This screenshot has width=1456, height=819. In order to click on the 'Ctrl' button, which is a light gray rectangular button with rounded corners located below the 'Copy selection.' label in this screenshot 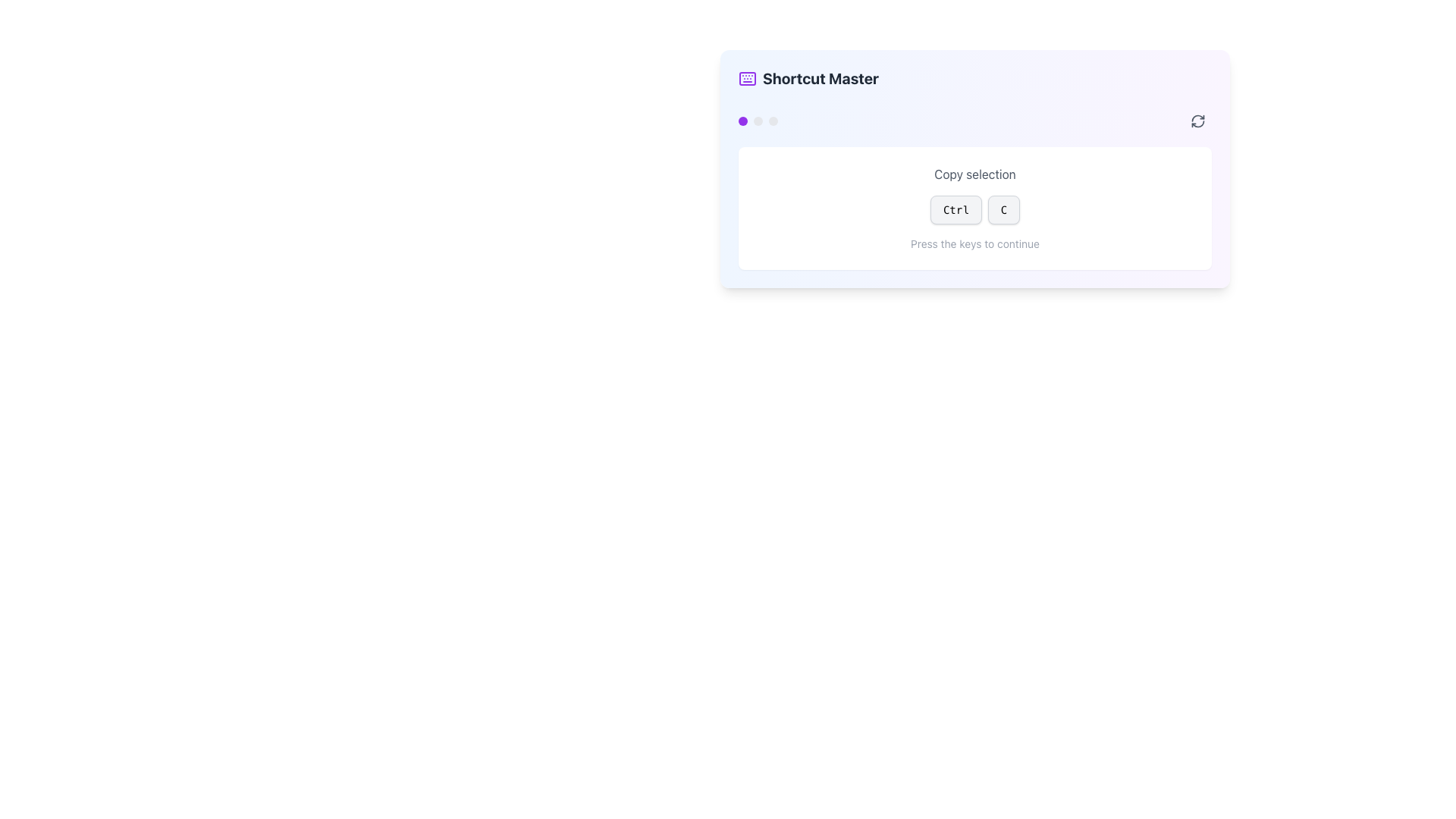, I will do `click(955, 210)`.